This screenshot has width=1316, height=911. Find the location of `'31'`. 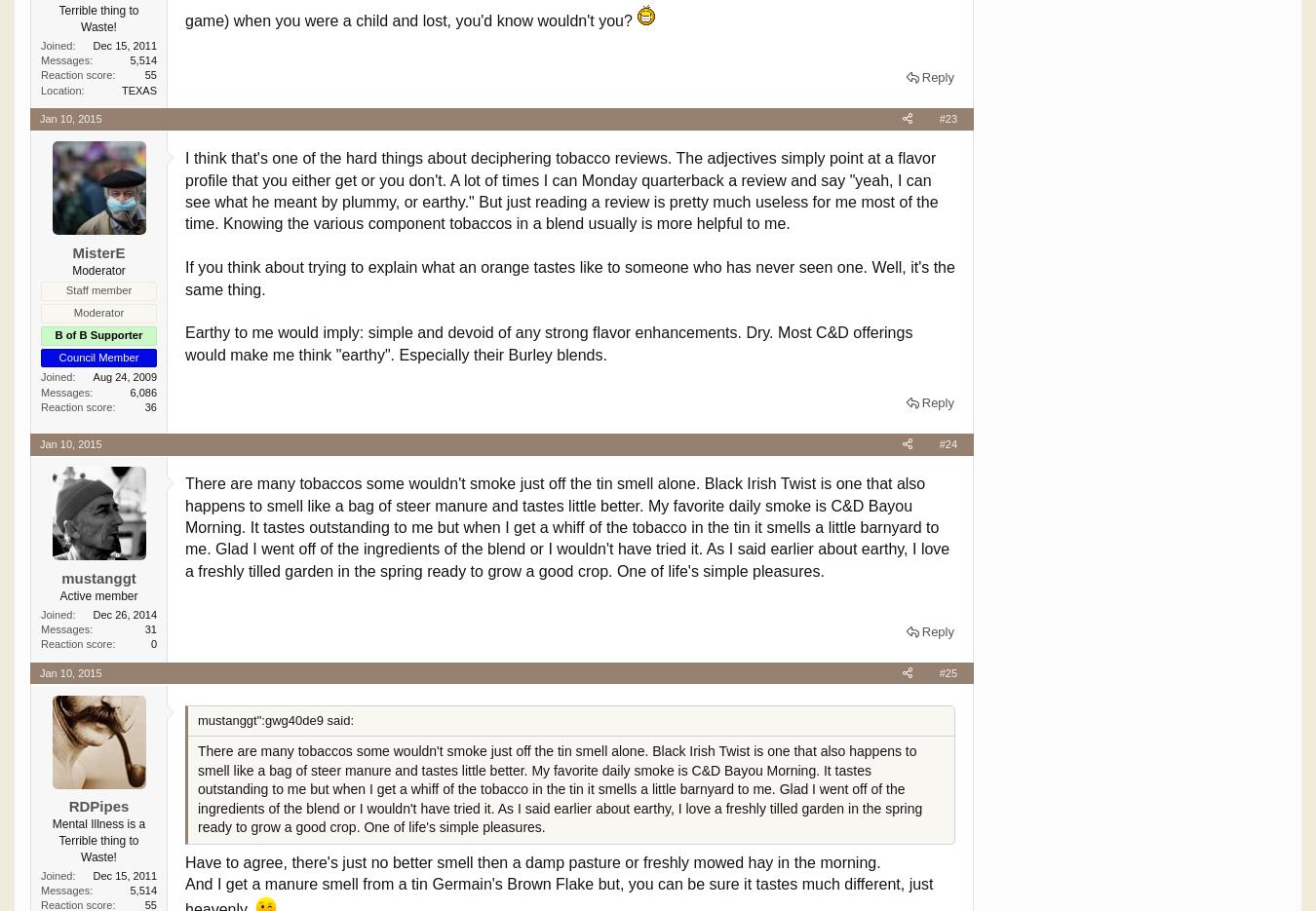

'31' is located at coordinates (150, 627).